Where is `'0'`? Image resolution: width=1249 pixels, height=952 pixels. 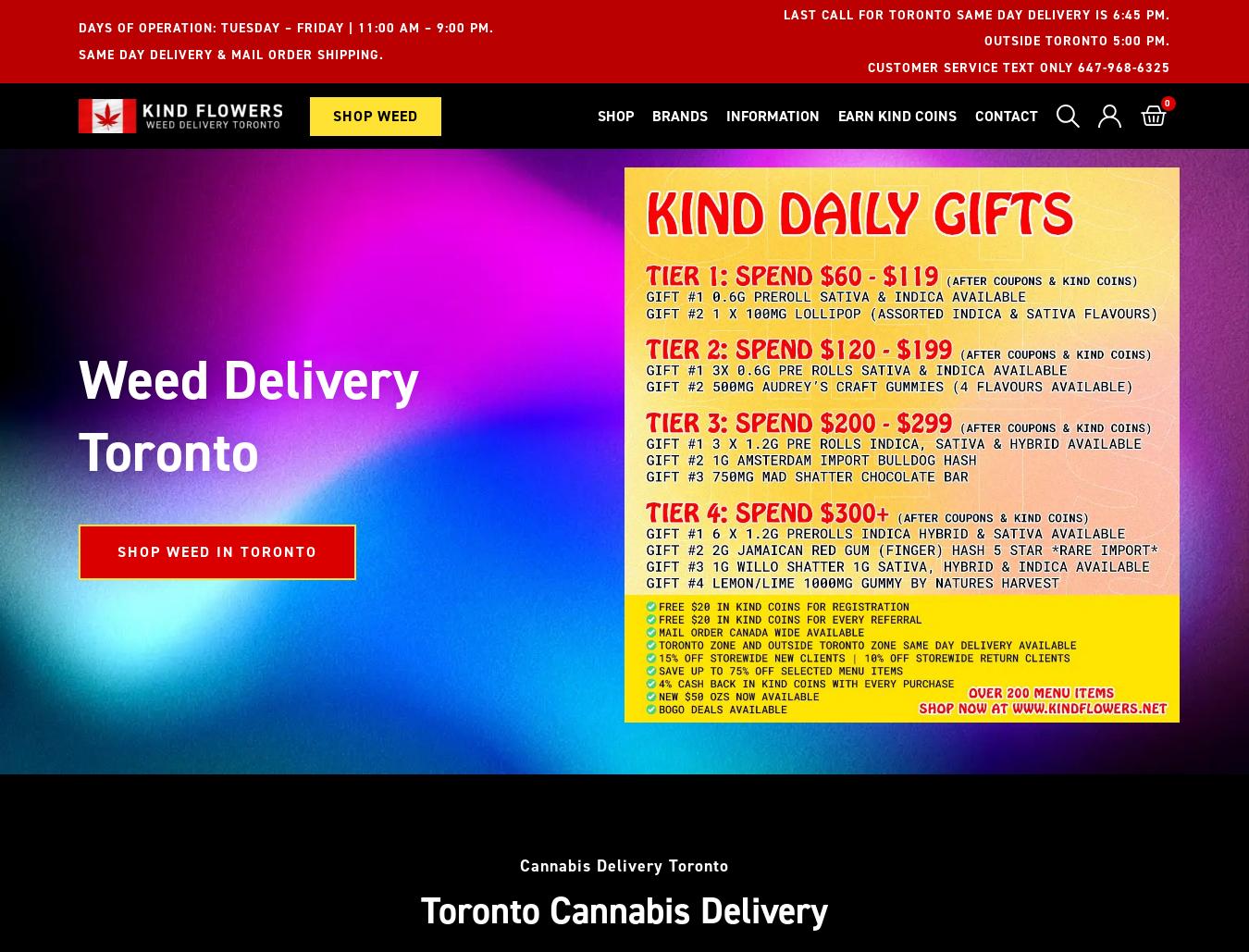 '0' is located at coordinates (1169, 102).